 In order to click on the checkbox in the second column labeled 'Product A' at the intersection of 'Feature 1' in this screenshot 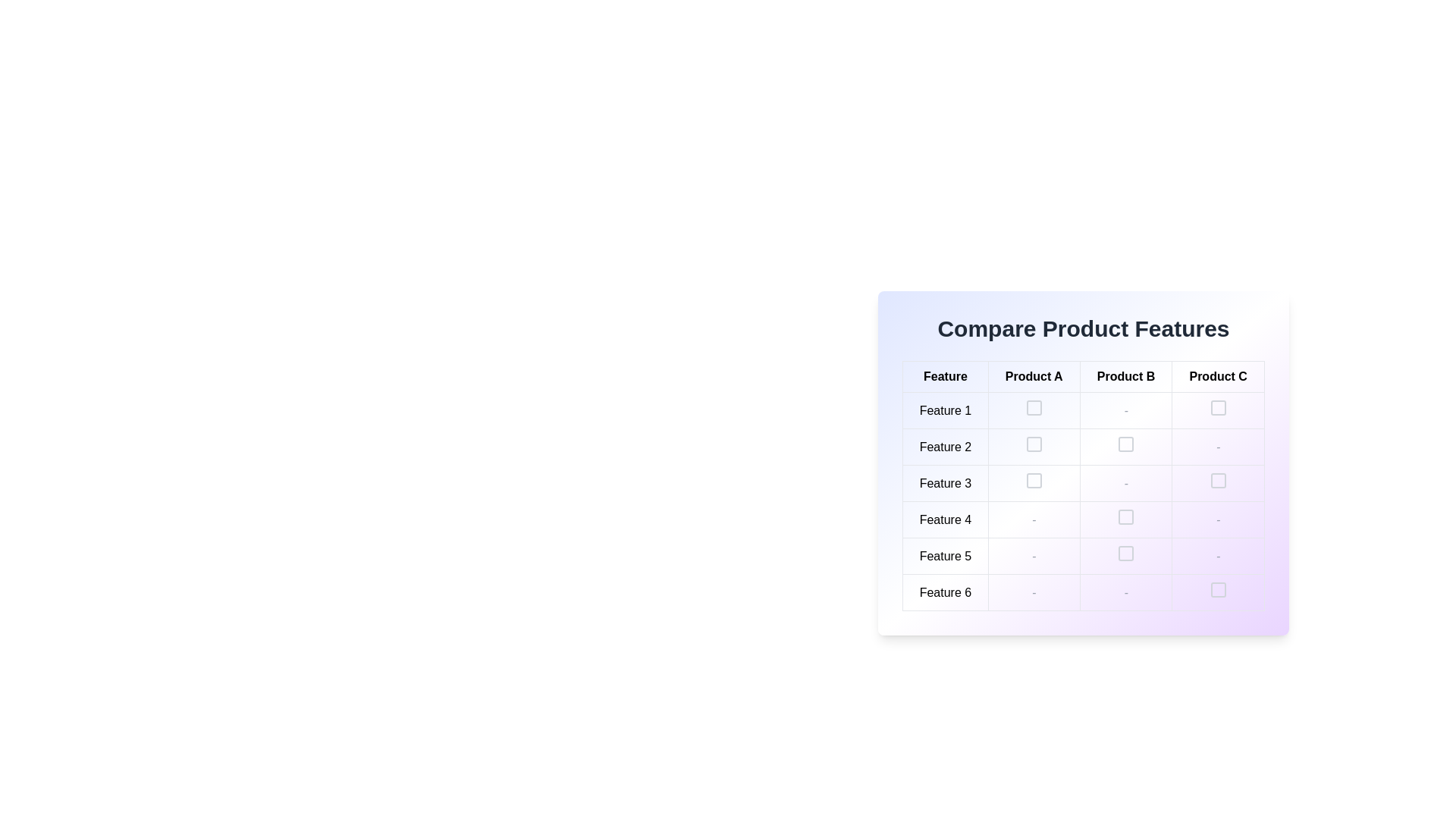, I will do `click(1033, 410)`.